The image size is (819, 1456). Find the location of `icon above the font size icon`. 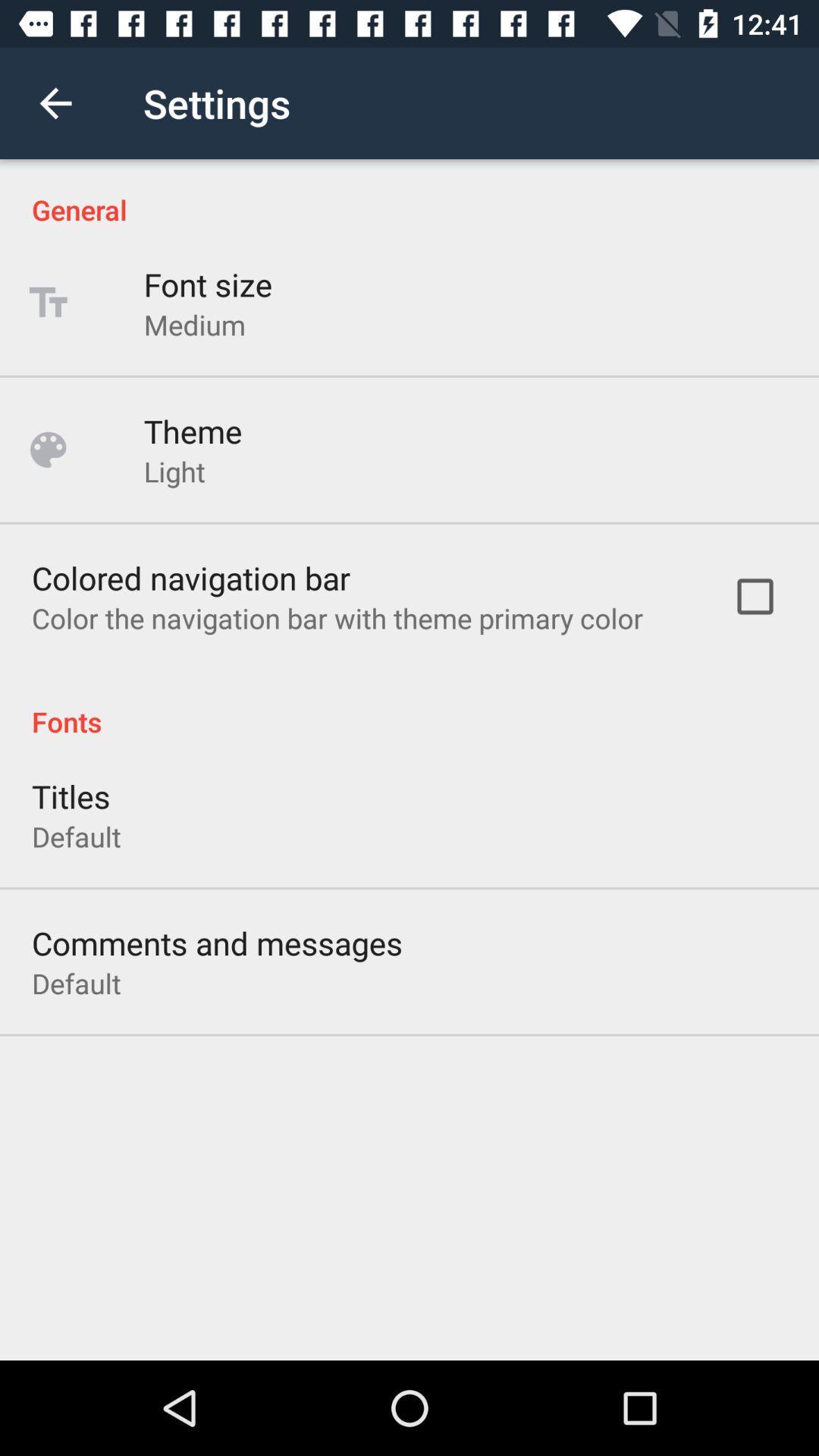

icon above the font size icon is located at coordinates (409, 193).